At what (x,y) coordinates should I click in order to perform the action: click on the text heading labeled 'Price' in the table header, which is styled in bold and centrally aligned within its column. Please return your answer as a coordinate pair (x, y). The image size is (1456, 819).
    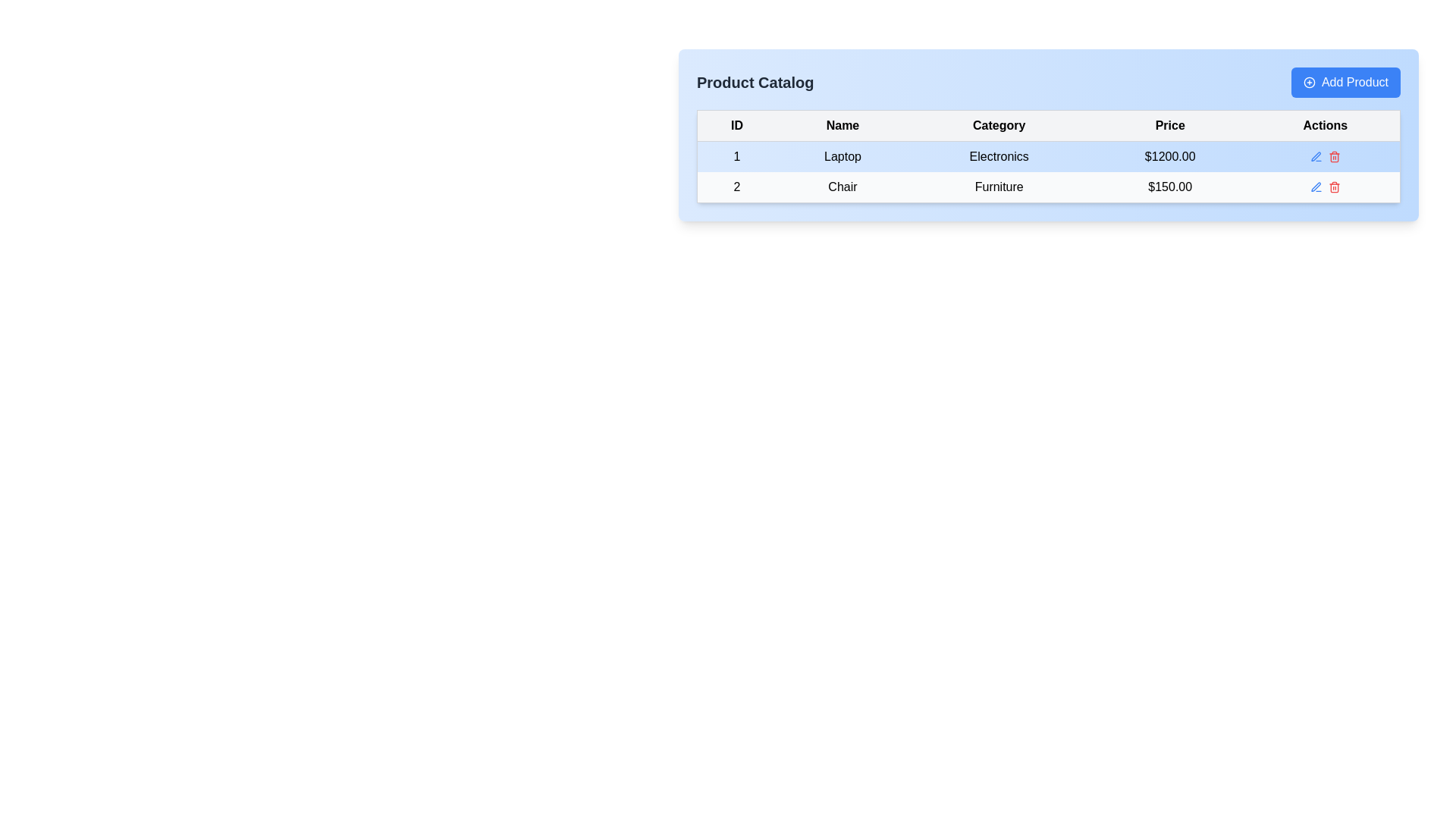
    Looking at the image, I should click on (1169, 124).